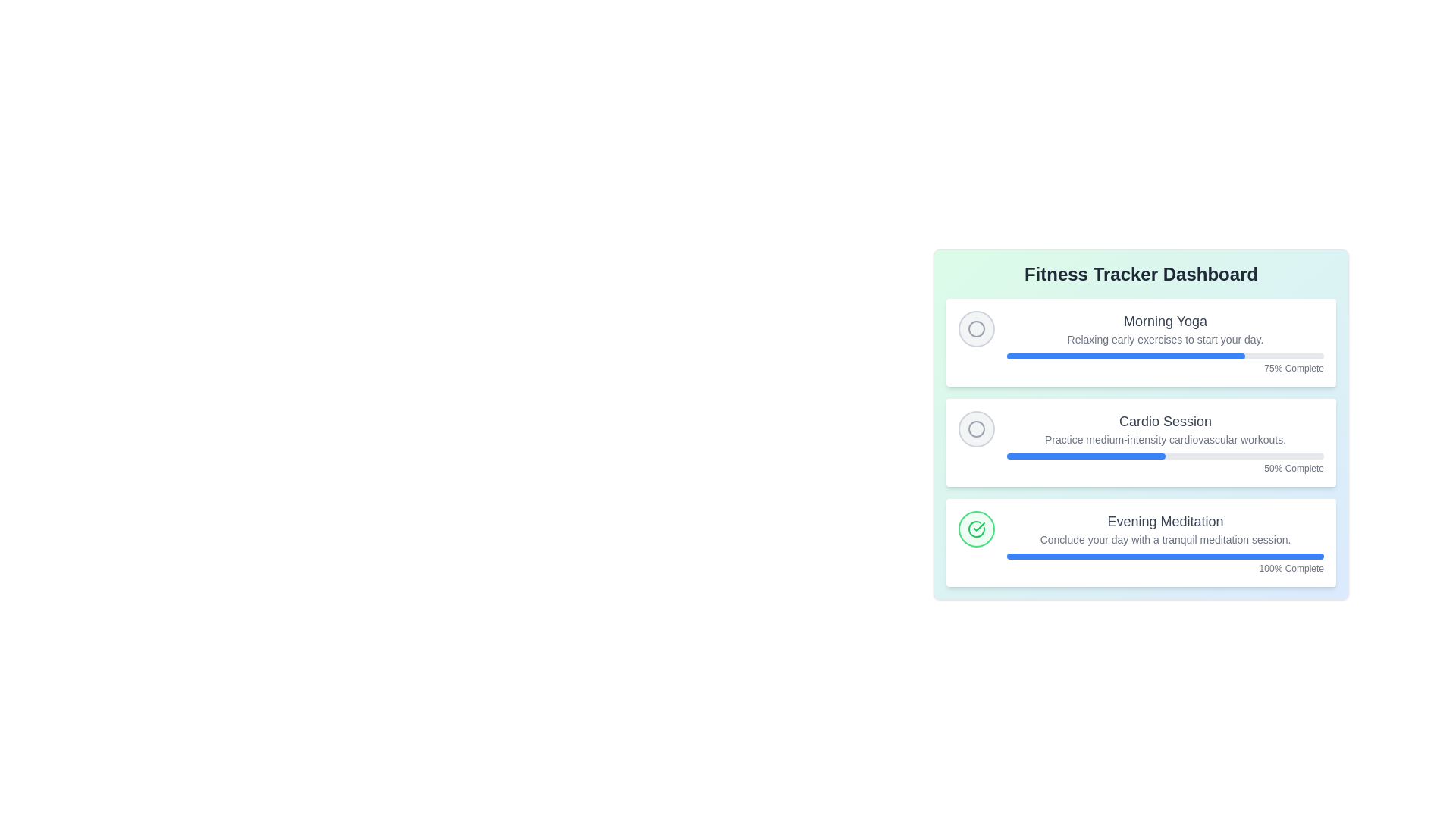 This screenshot has width=1456, height=819. What do you see at coordinates (1164, 556) in the screenshot?
I see `the Progress bar that indicates the completion of 'Evening Meditation' in the 'Fitness Tracker Dashboard', which is located below the descriptive text and above the '100% Complete' label` at bounding box center [1164, 556].